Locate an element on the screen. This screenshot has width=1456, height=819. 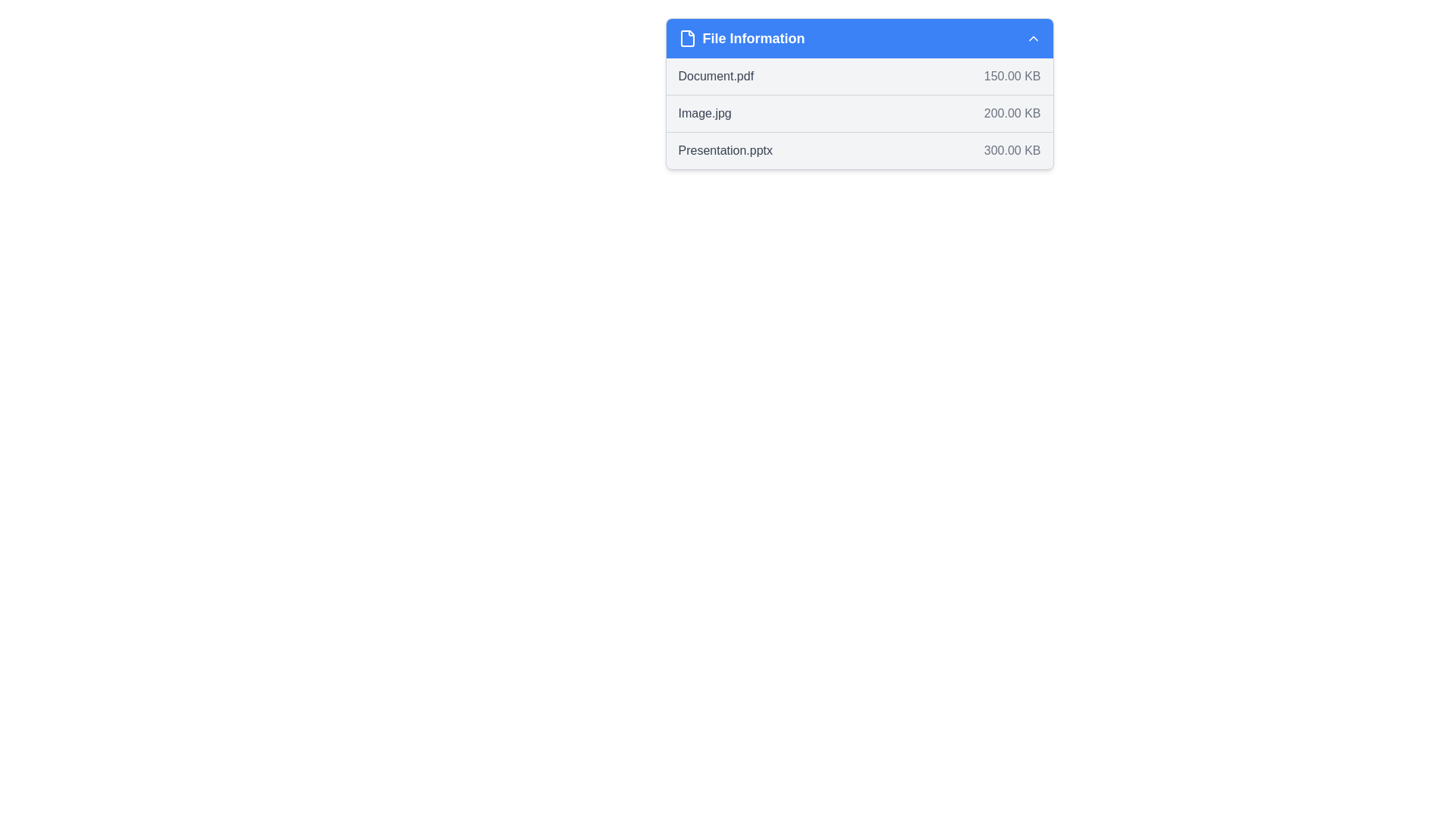
the File information row displaying details for 'Image.jpg' including its size, 200.00 KB, which is the second item in the vertical list under 'File Information' is located at coordinates (859, 113).